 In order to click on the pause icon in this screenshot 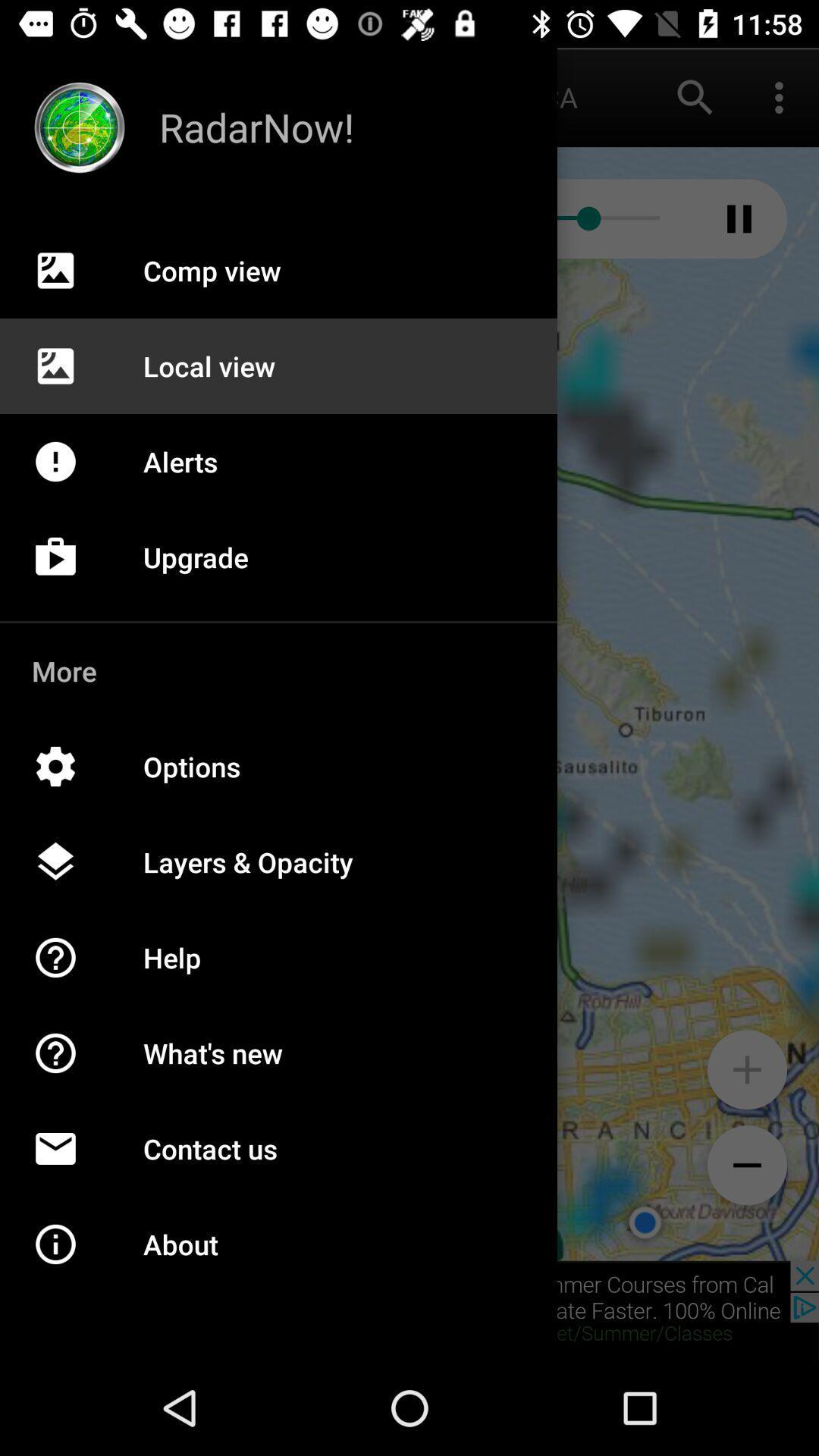, I will do `click(739, 218)`.